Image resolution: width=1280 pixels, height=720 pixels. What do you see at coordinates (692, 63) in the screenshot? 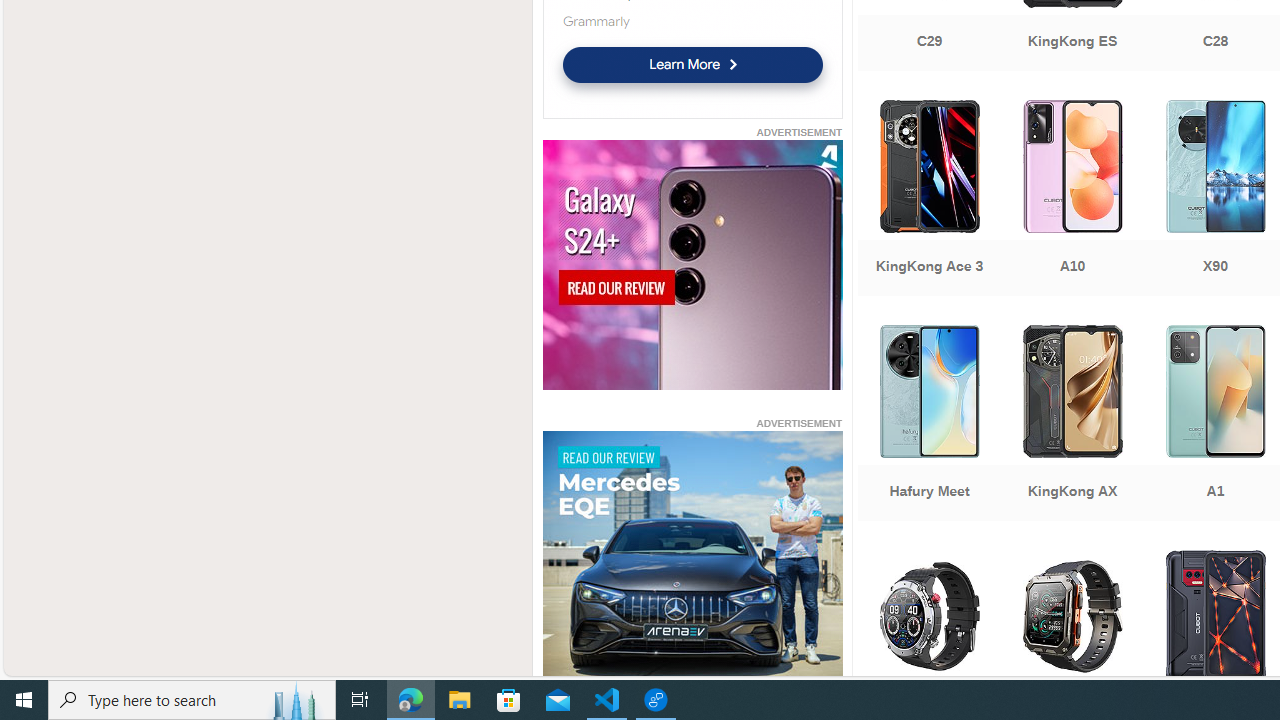
I see `'Learn More'` at bounding box center [692, 63].